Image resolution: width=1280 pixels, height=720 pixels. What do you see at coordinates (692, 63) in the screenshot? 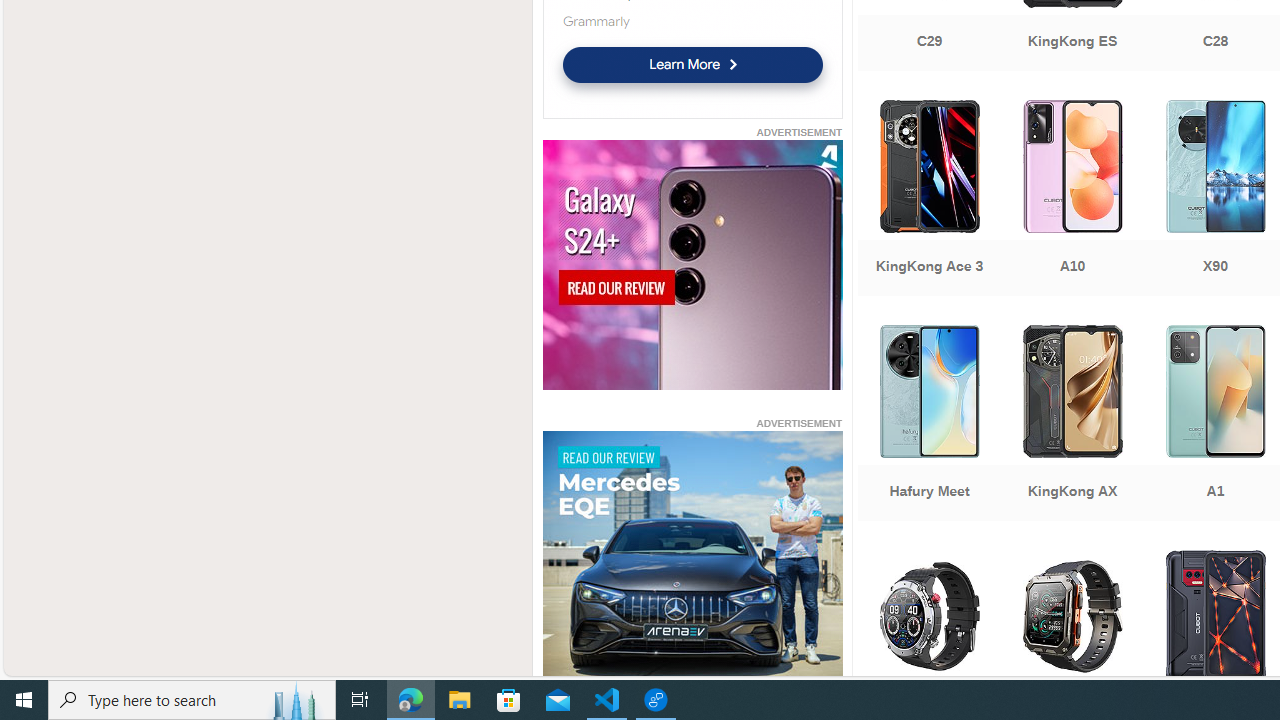
I see `'Learn More'` at bounding box center [692, 63].